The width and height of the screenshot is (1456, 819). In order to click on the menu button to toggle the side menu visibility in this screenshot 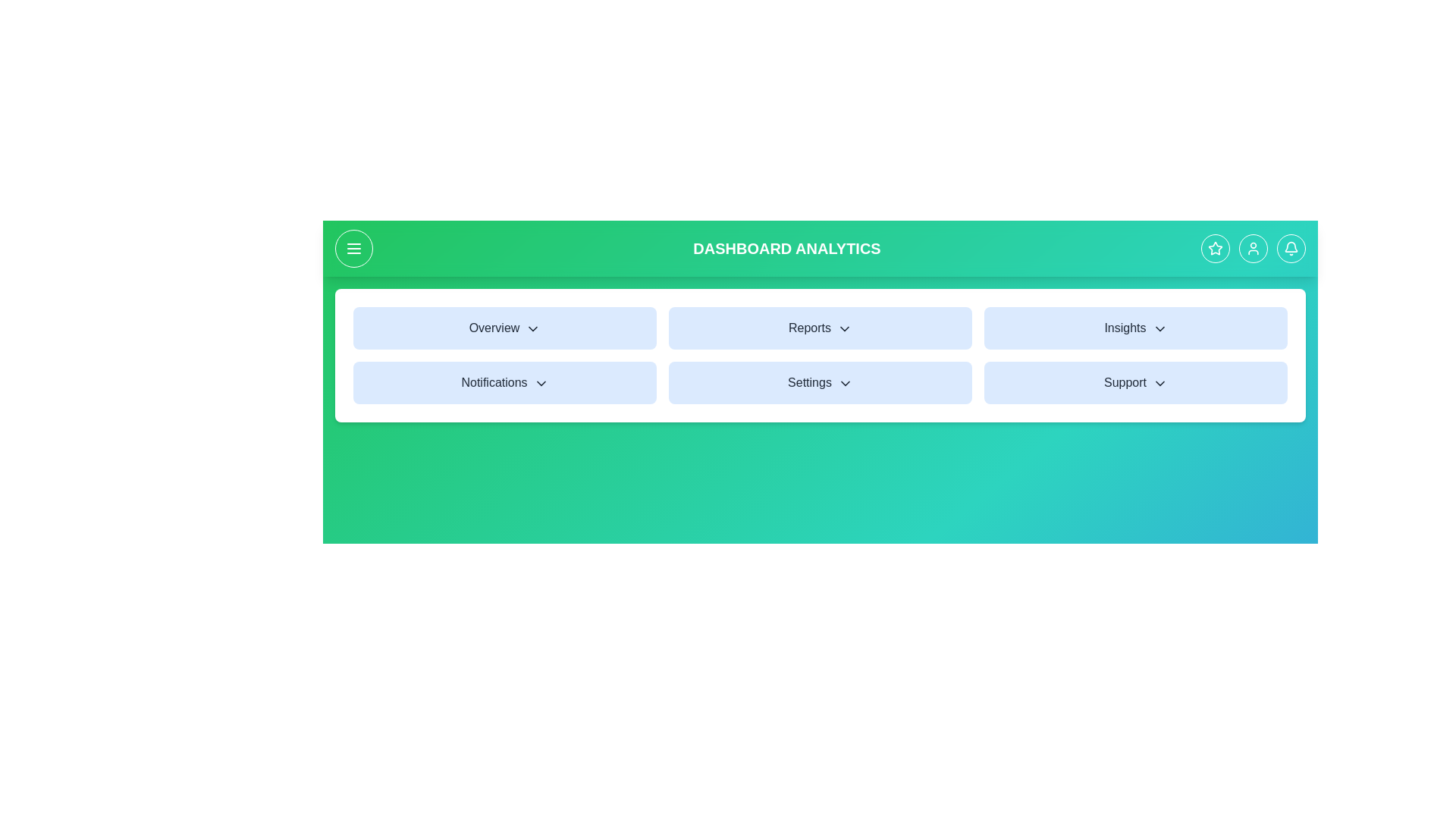, I will do `click(353, 247)`.